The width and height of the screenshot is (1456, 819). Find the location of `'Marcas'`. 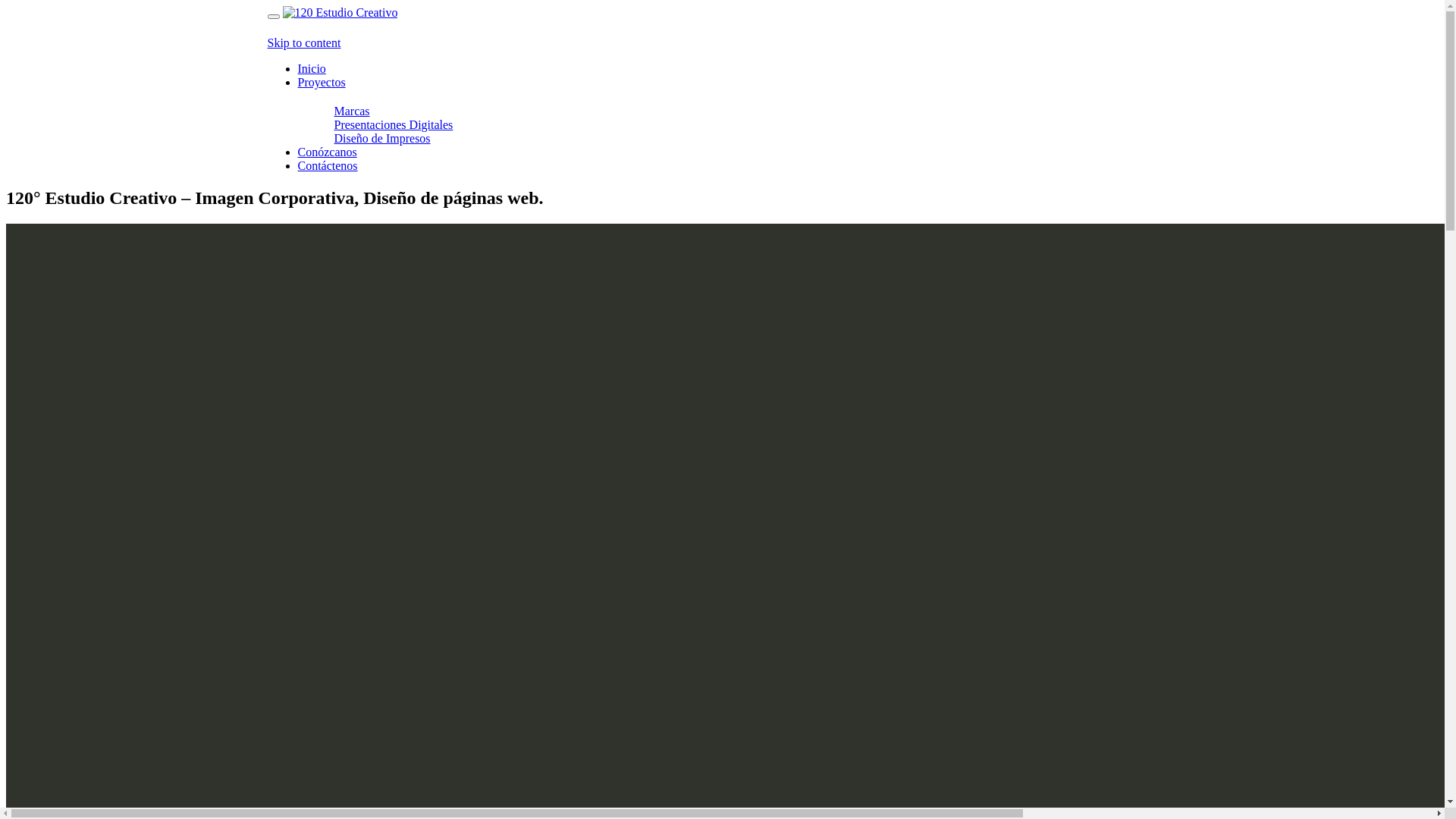

'Marcas' is located at coordinates (350, 110).